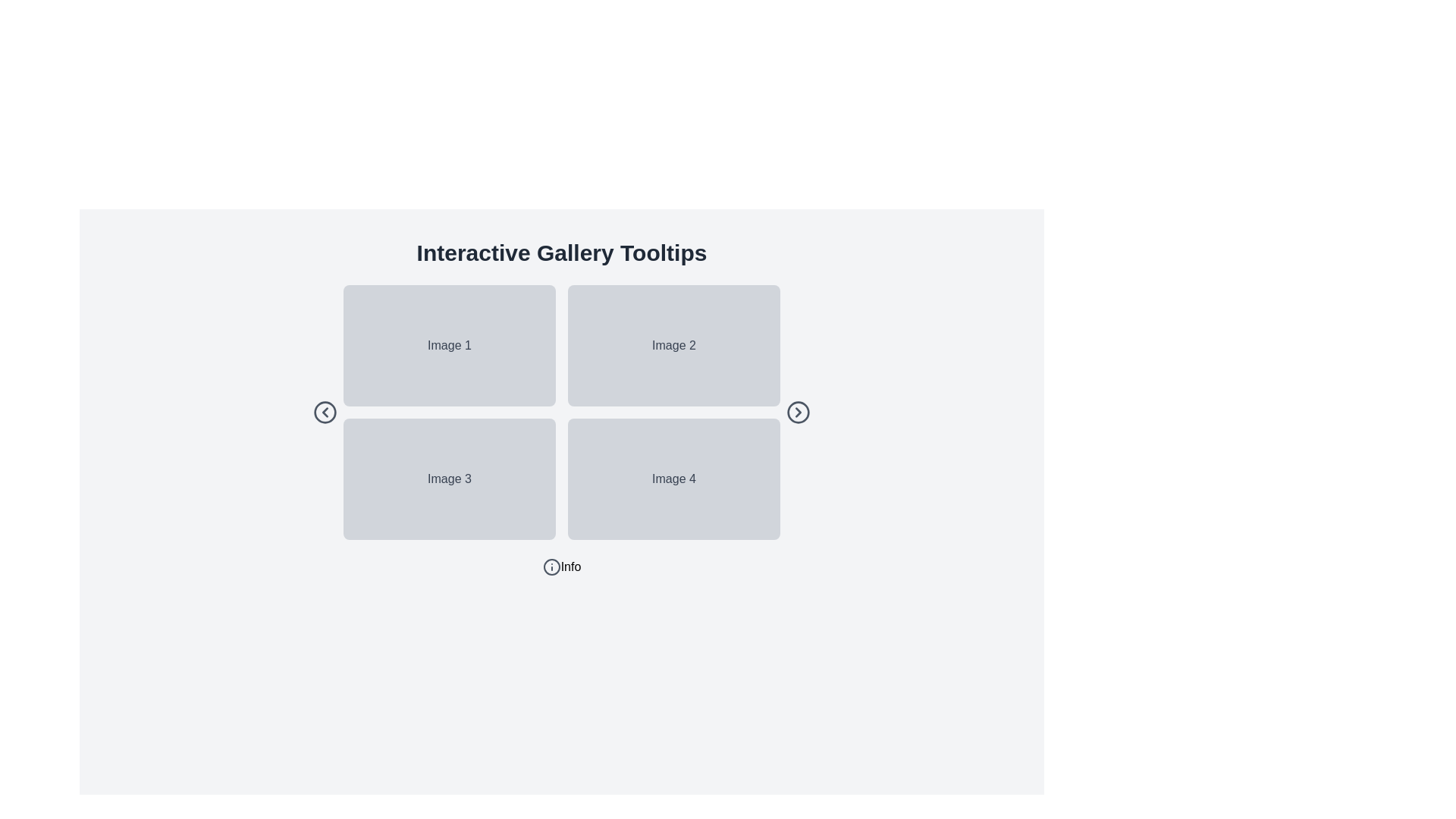 Image resolution: width=1456 pixels, height=819 pixels. Describe the element at coordinates (551, 567) in the screenshot. I see `the informational icon located below the grid of four images and above the 'Info' text, which is centrally aligned between the grid and the text` at that location.